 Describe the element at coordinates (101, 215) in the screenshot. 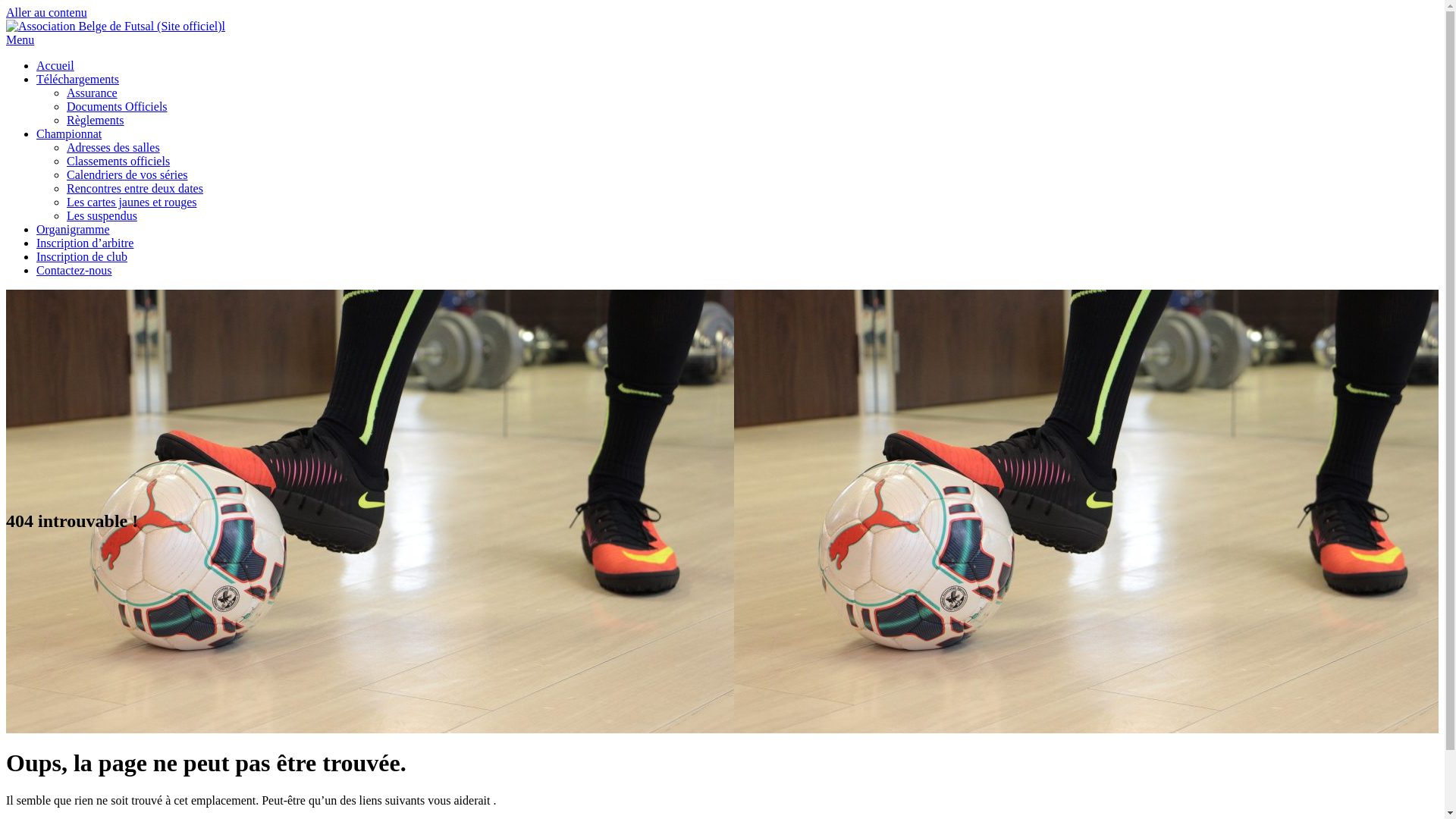

I see `'Les suspendus'` at that location.